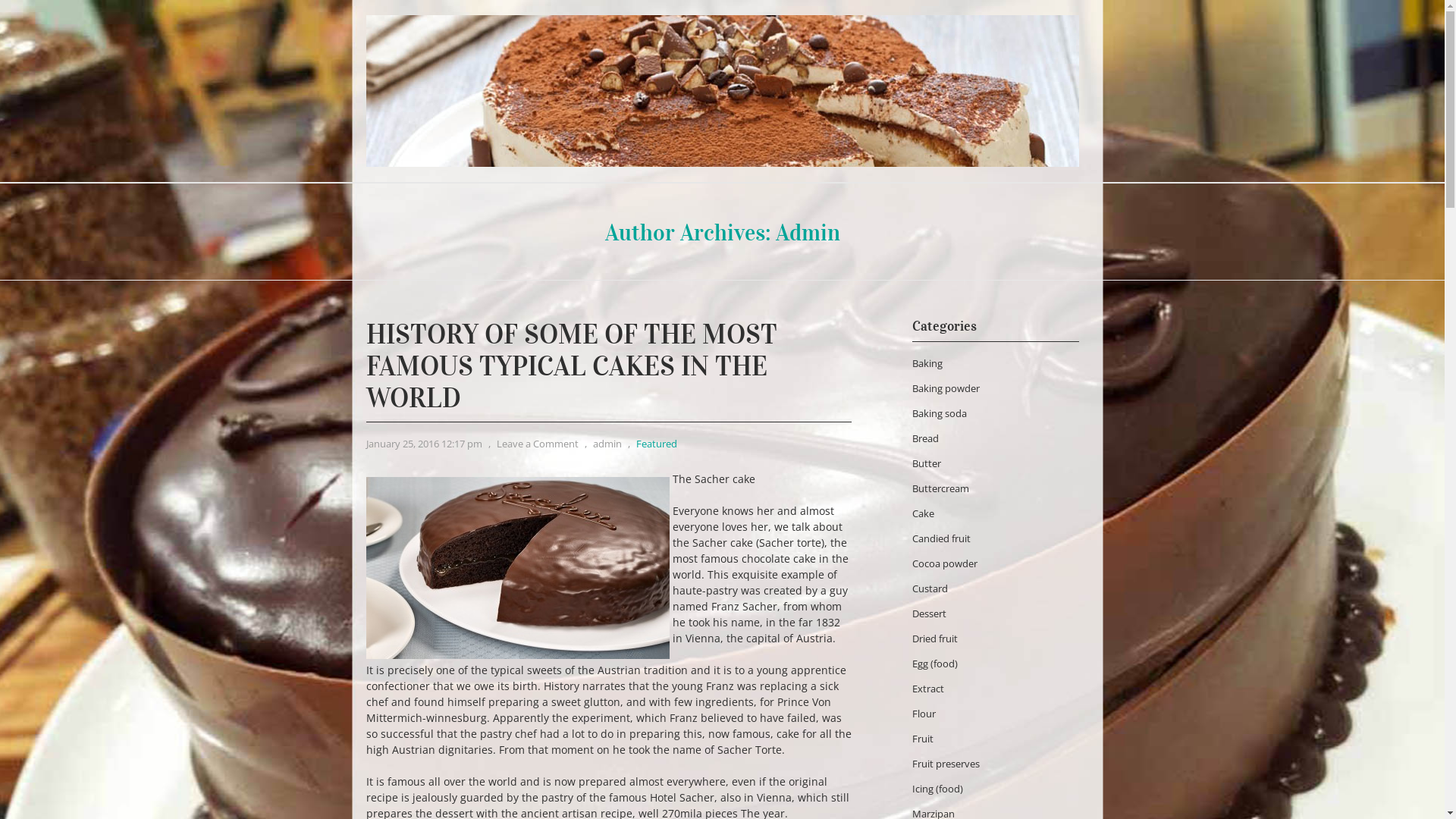 Image resolution: width=1456 pixels, height=819 pixels. Describe the element at coordinates (943, 563) in the screenshot. I see `'Cocoa powder'` at that location.